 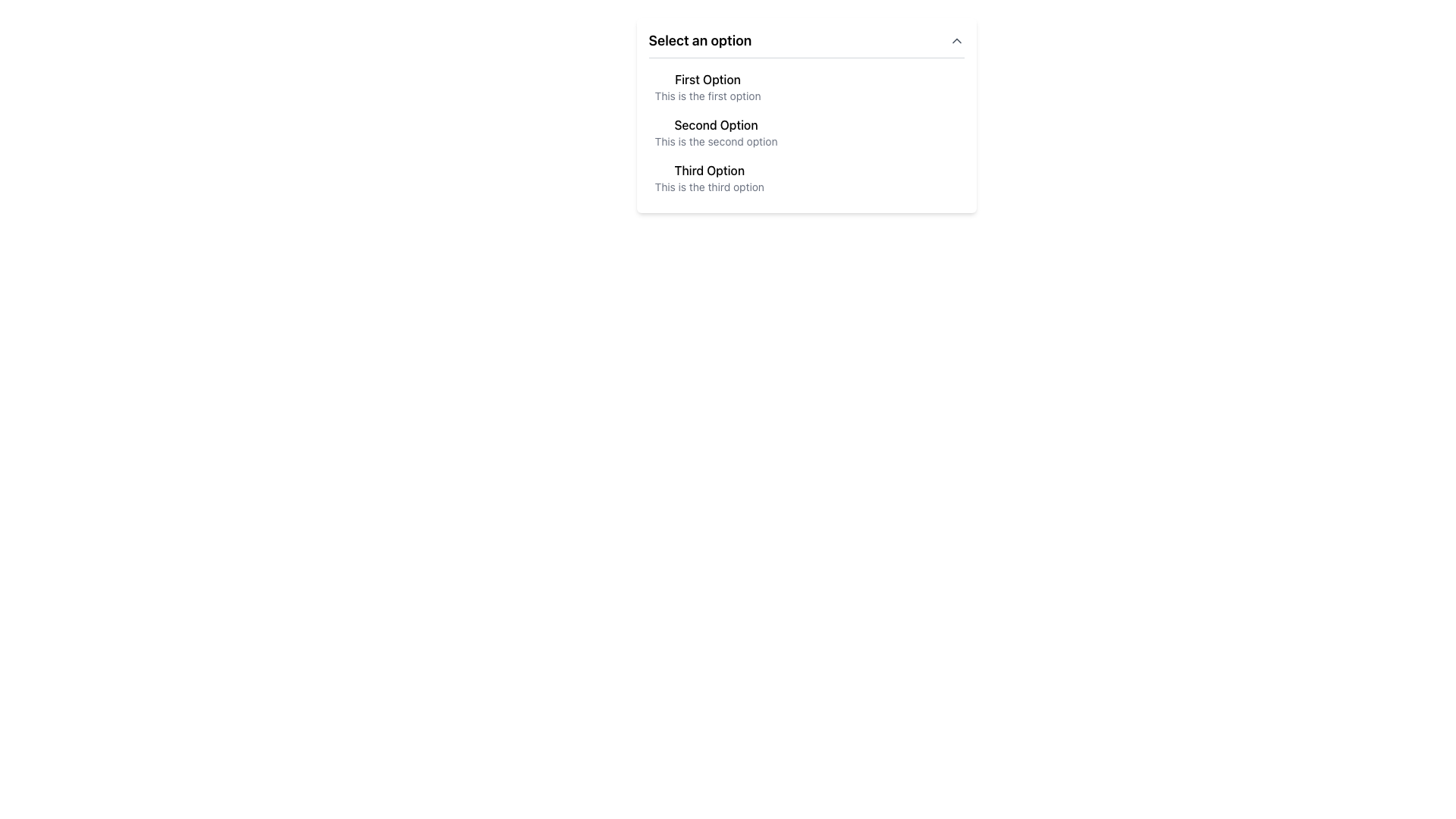 What do you see at coordinates (955, 40) in the screenshot?
I see `the chevron icon located at the far right of the dropdown menu` at bounding box center [955, 40].